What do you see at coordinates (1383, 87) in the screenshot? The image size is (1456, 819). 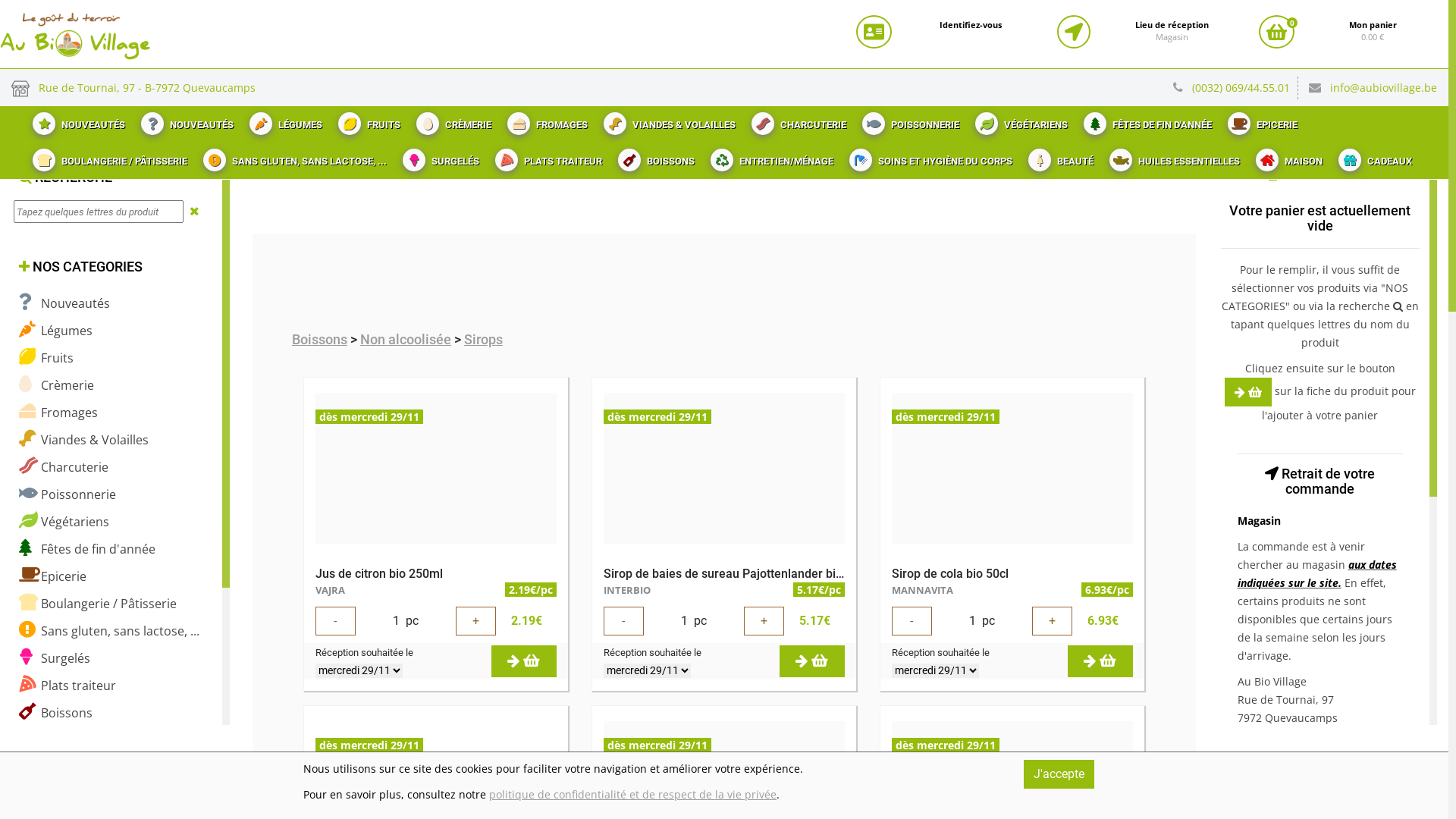 I see `'info@aubiovillage.be'` at bounding box center [1383, 87].